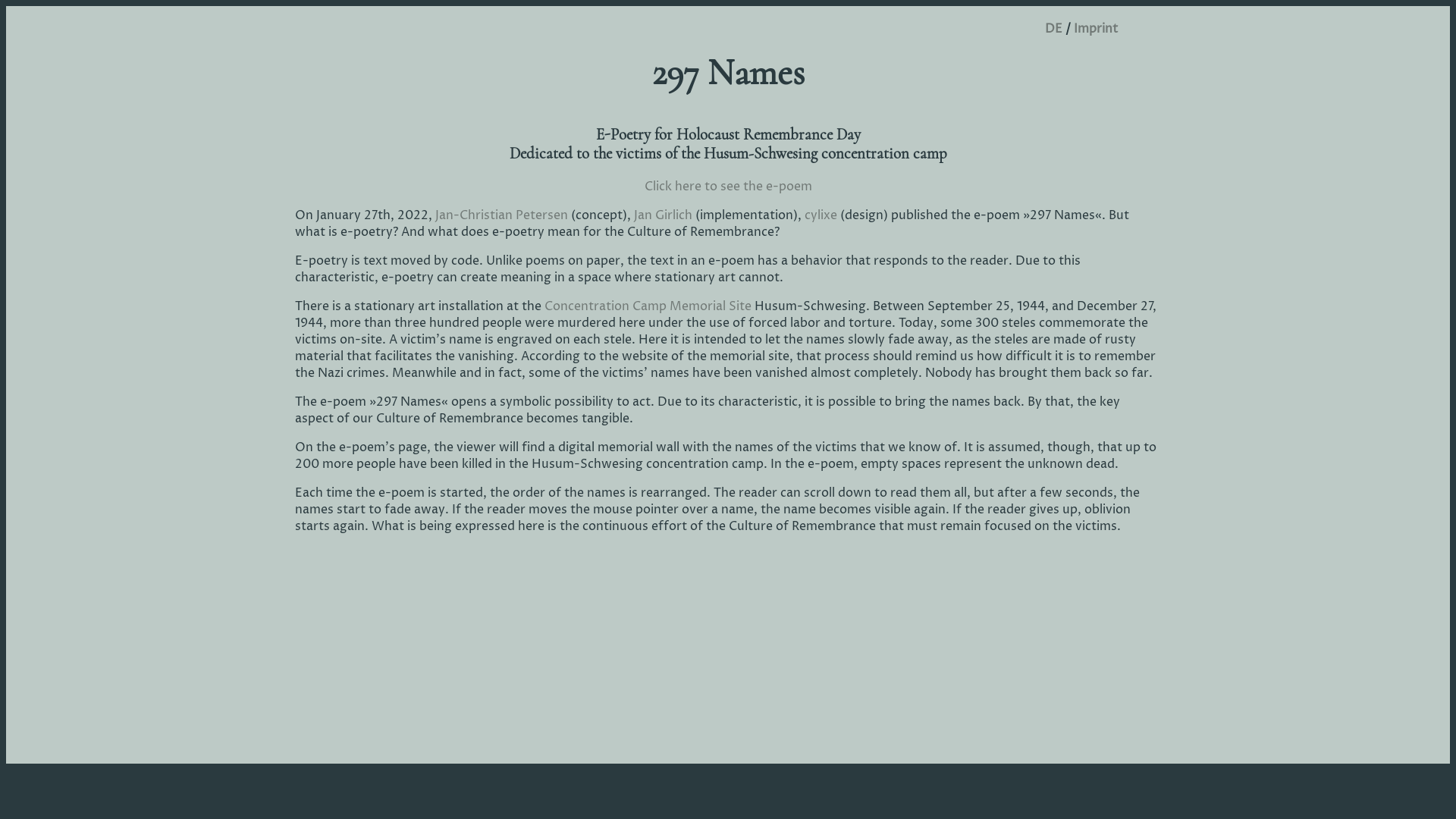 The image size is (1456, 819). What do you see at coordinates (1095, 29) in the screenshot?
I see `'Imprint'` at bounding box center [1095, 29].